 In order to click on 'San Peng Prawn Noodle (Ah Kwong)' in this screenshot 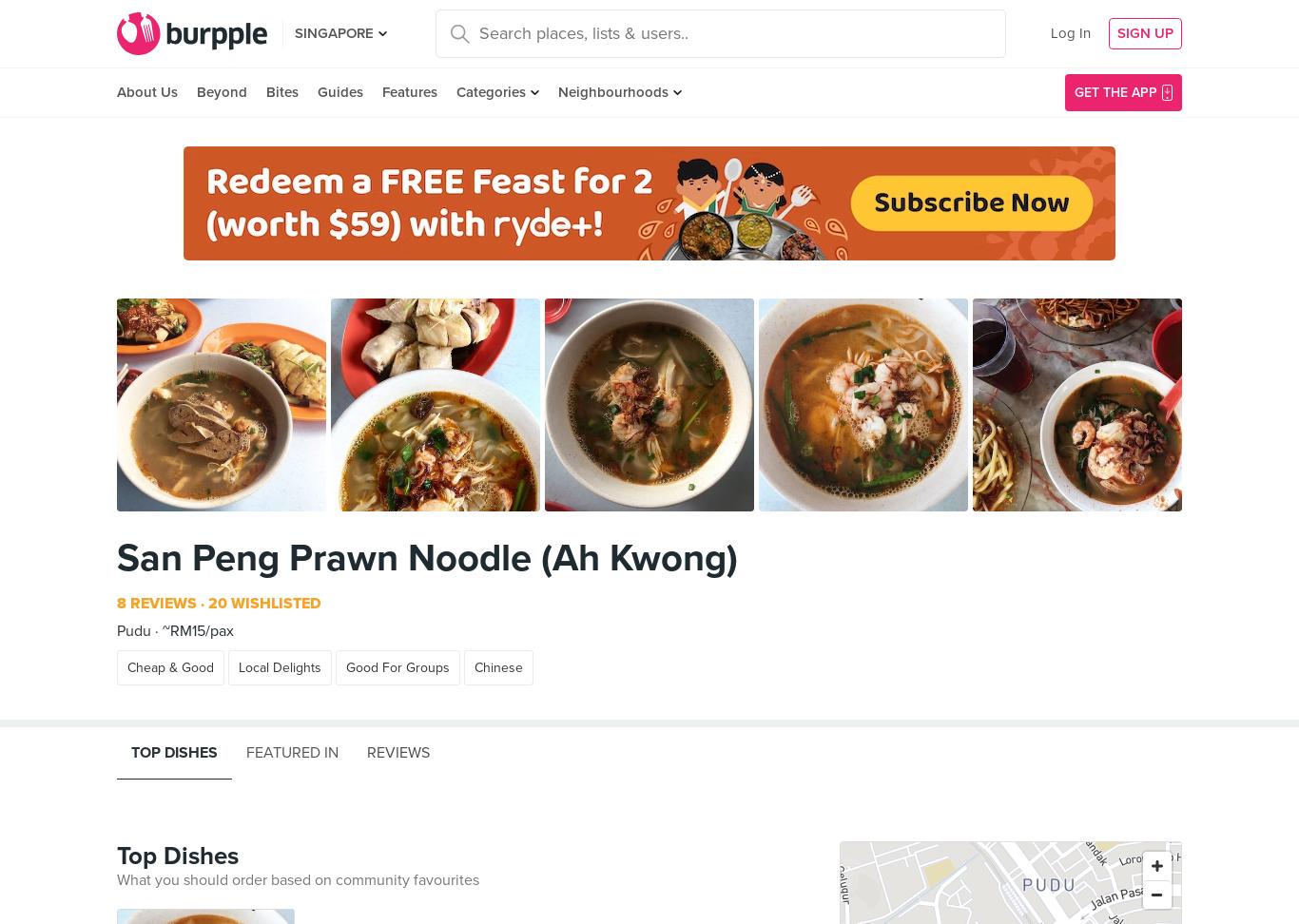, I will do `click(426, 556)`.